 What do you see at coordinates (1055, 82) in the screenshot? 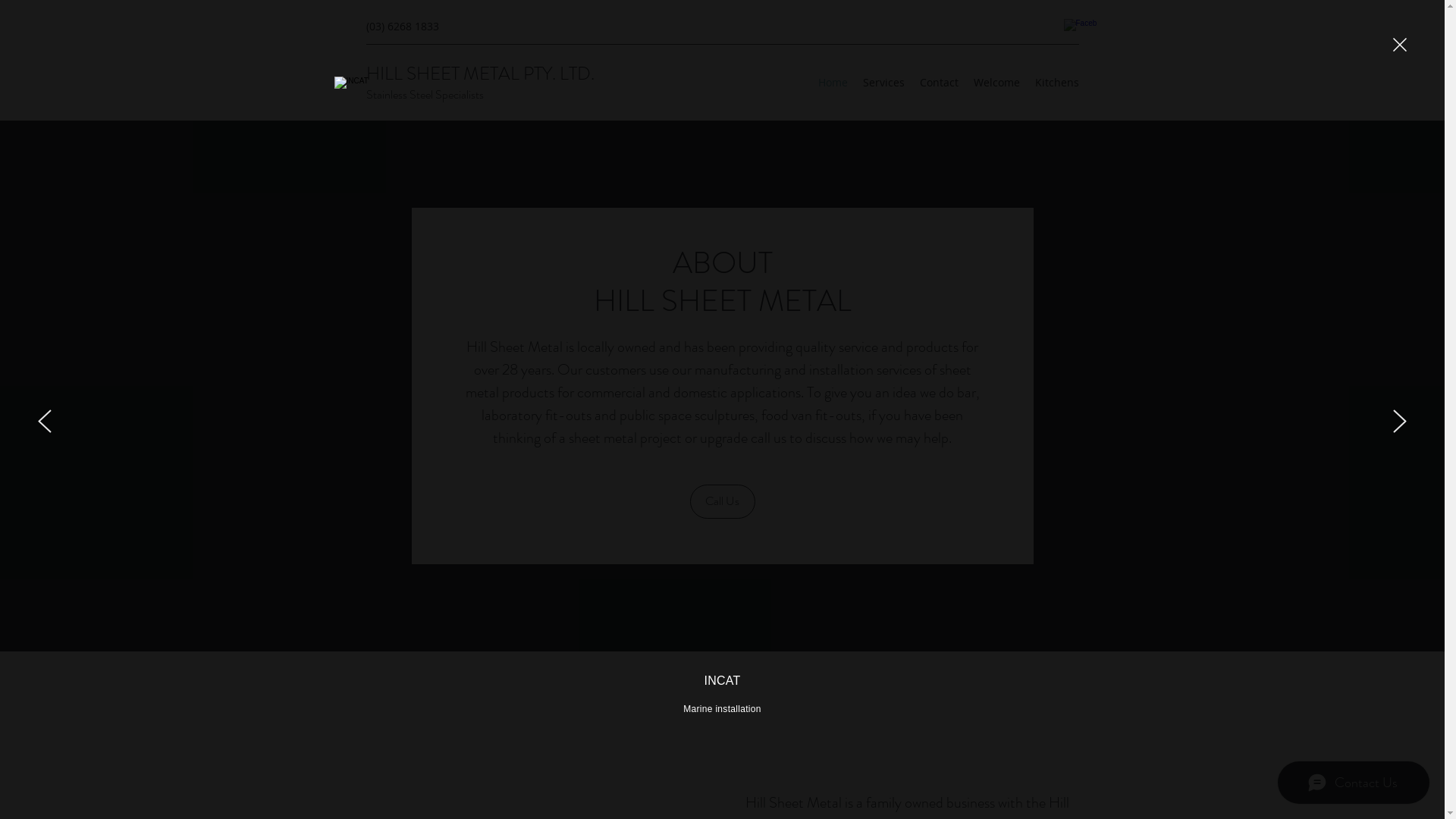
I see `'Kitchens'` at bounding box center [1055, 82].